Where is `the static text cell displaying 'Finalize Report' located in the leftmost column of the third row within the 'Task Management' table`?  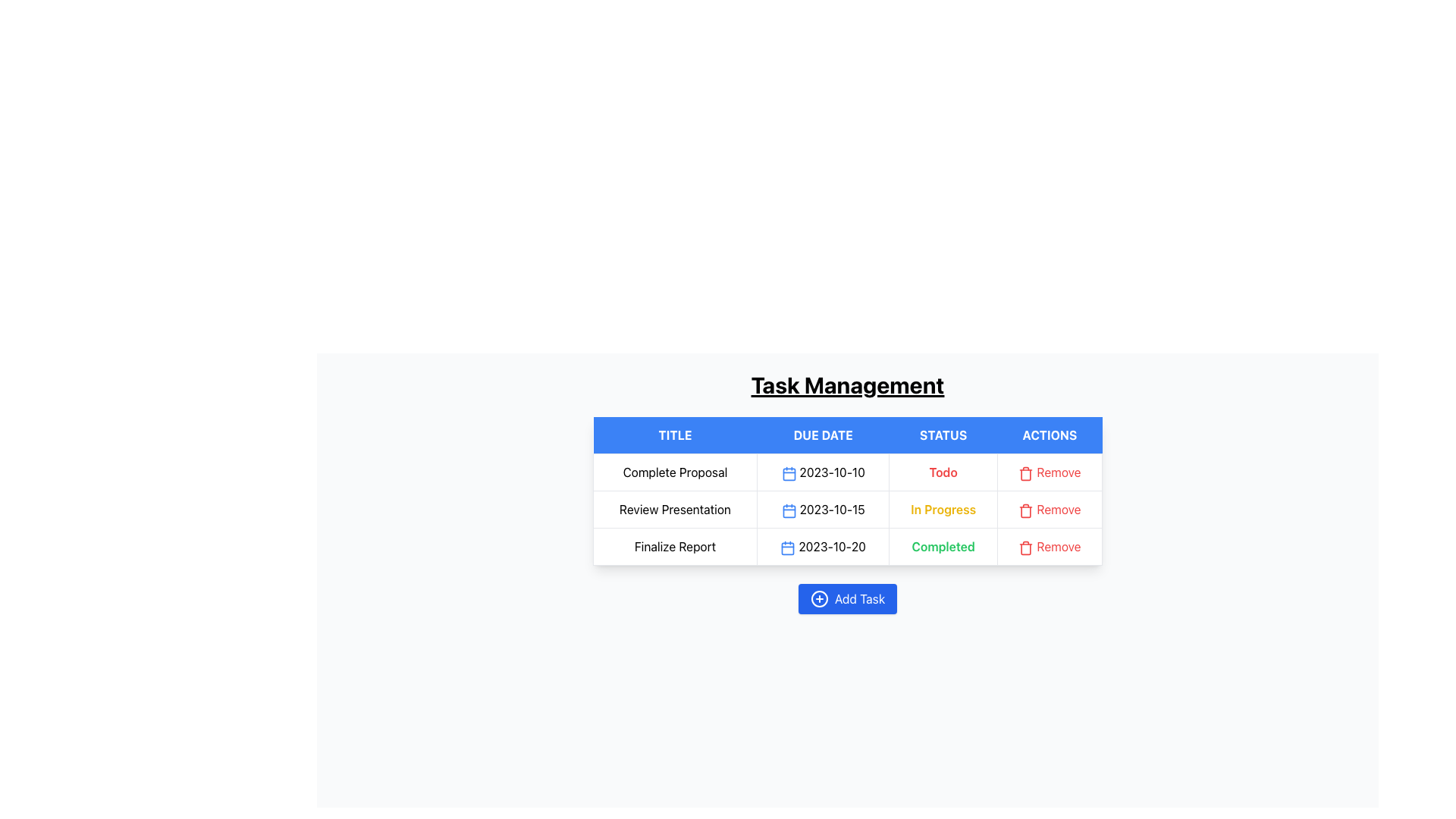
the static text cell displaying 'Finalize Report' located in the leftmost column of the third row within the 'Task Management' table is located at coordinates (674, 547).